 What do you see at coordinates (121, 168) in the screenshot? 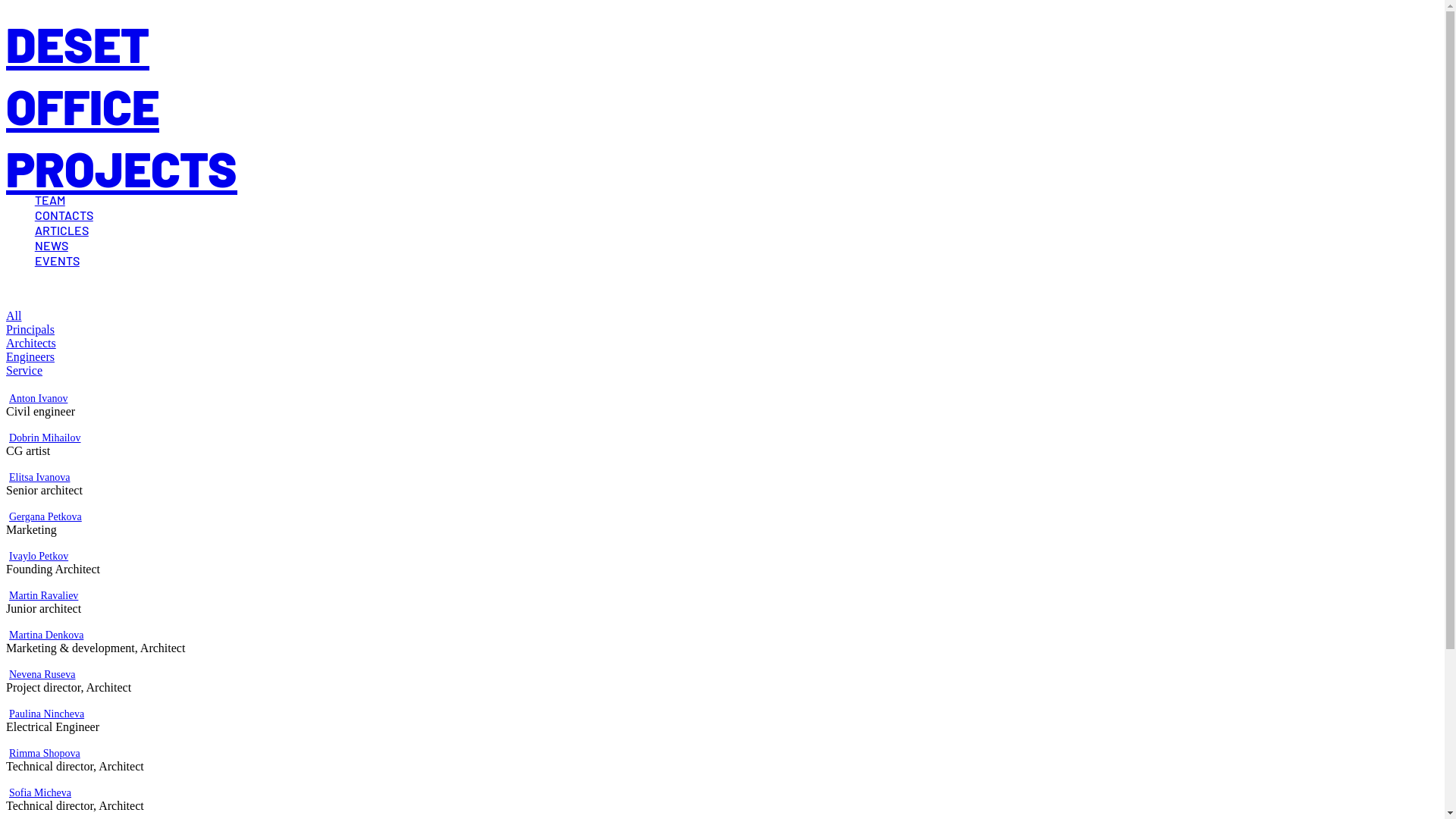
I see `'PROJECTS'` at bounding box center [121, 168].